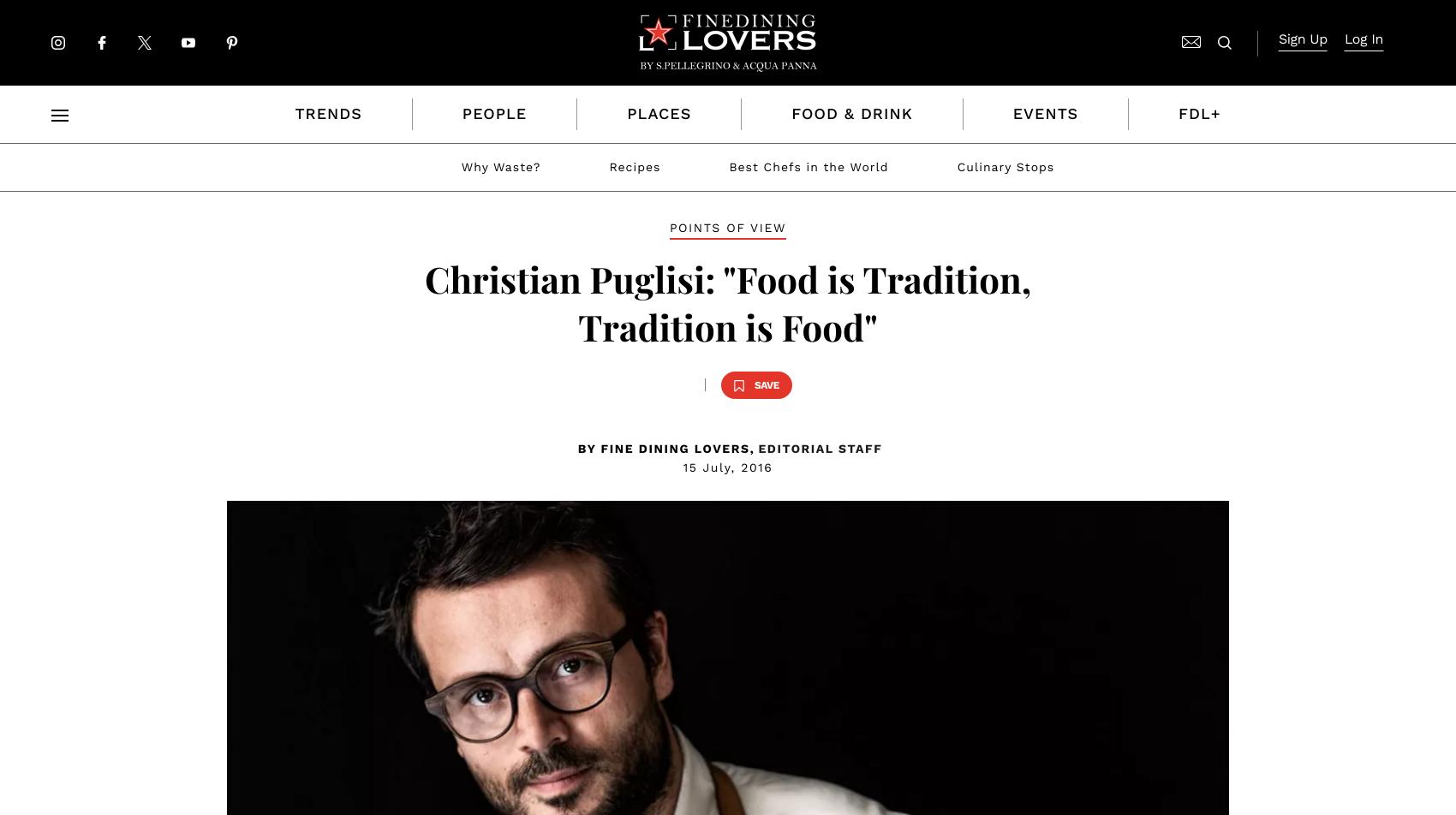 Image resolution: width=1456 pixels, height=815 pixels. I want to click on 'Log In', so click(1343, 39).